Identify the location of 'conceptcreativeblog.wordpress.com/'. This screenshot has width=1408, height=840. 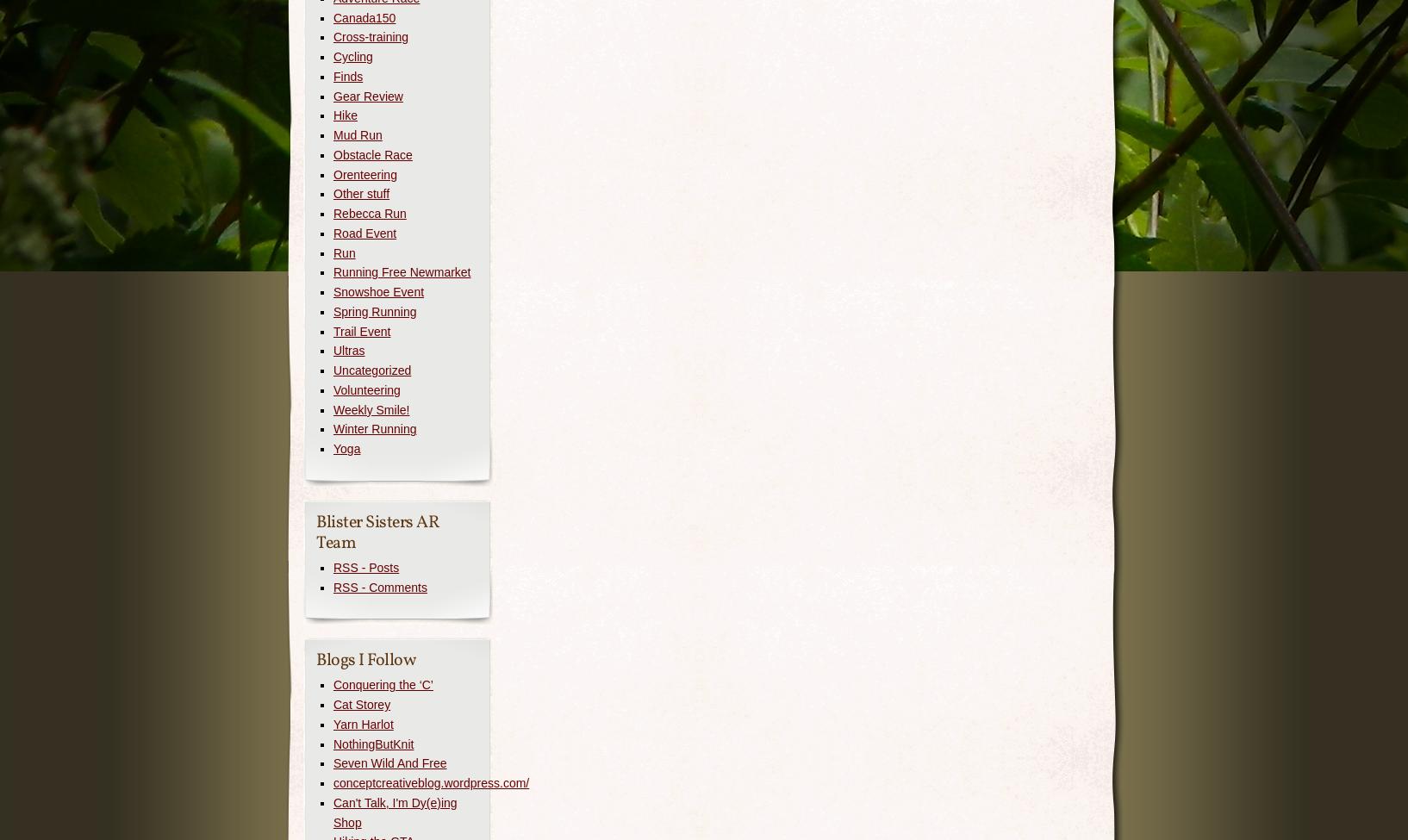
(430, 781).